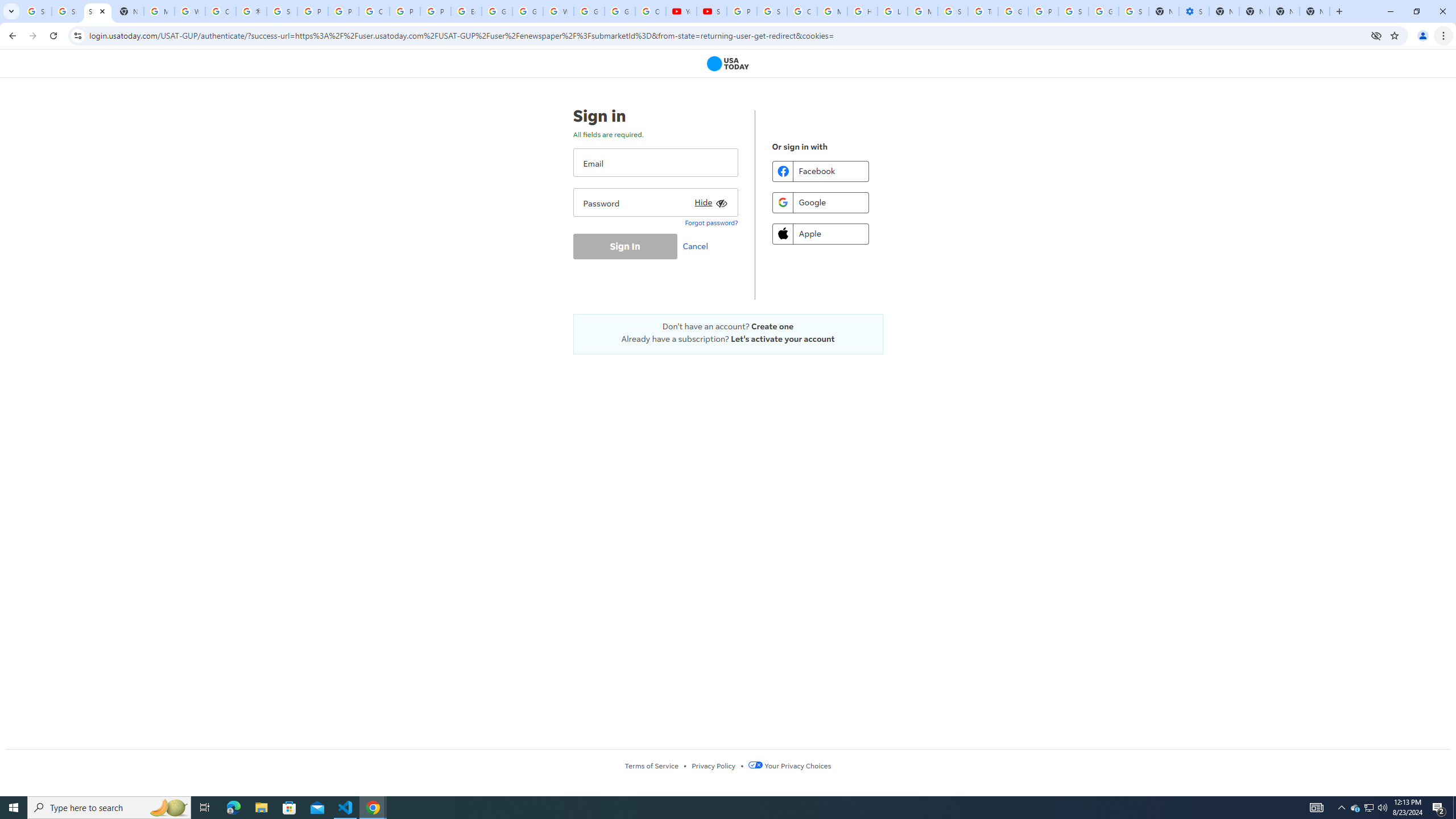  Describe the element at coordinates (1134, 11) in the screenshot. I see `'Sign in - Google Accounts'` at that location.